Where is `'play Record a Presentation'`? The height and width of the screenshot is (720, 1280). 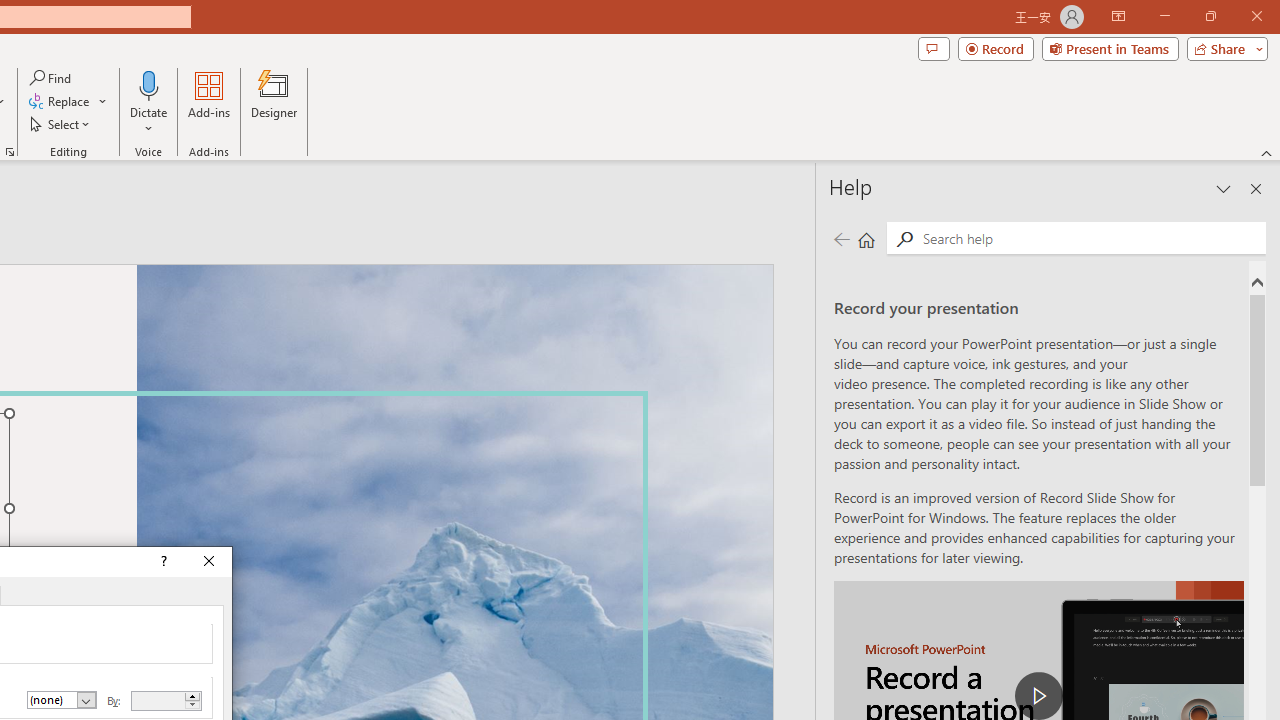 'play Record a Presentation' is located at coordinates (1038, 694).